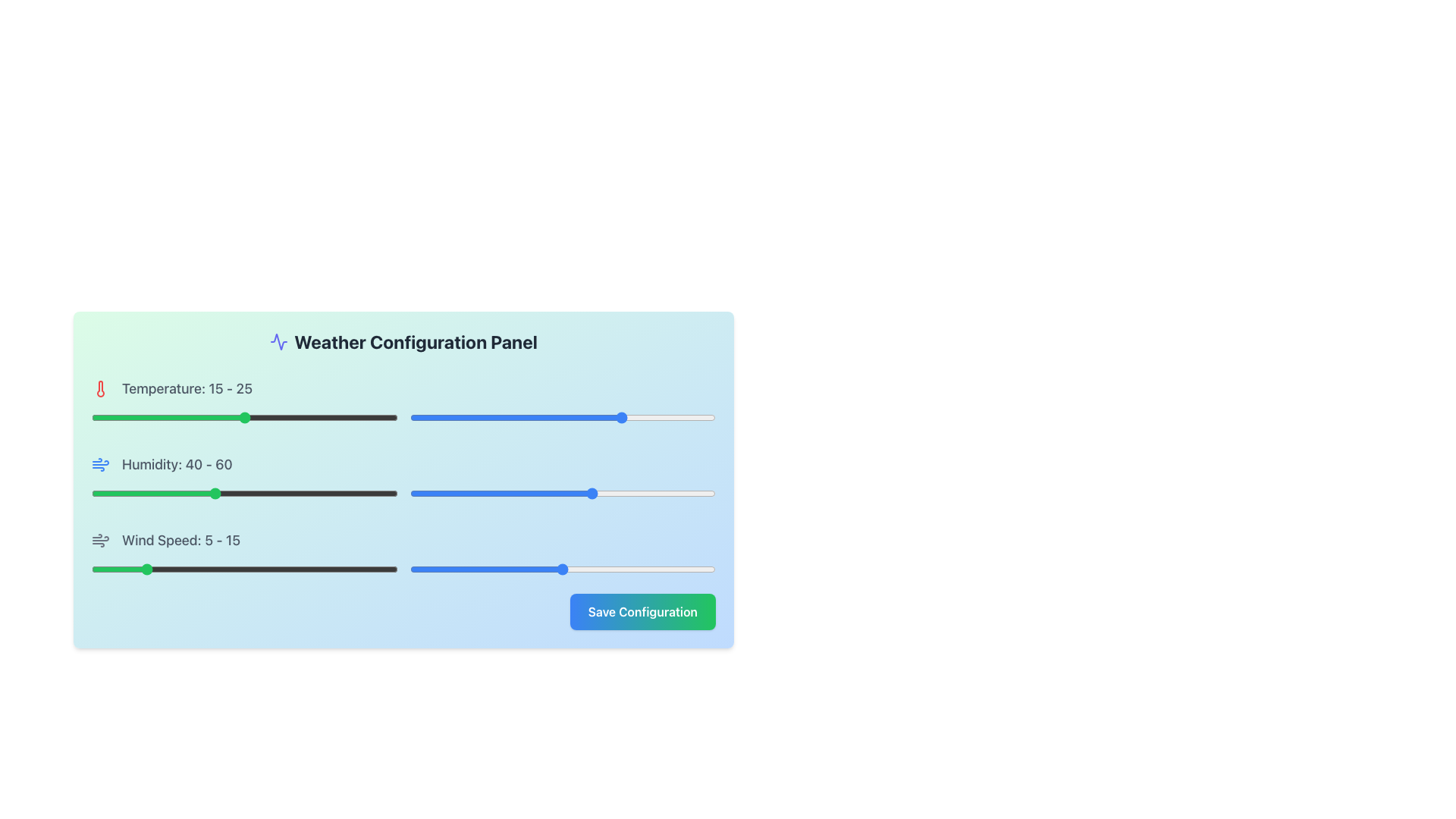 Image resolution: width=1456 pixels, height=819 pixels. Describe the element at coordinates (100, 464) in the screenshot. I see `the wind or airflow icon located to the left of the 'Wind Speed: 5 - 15' label` at that location.